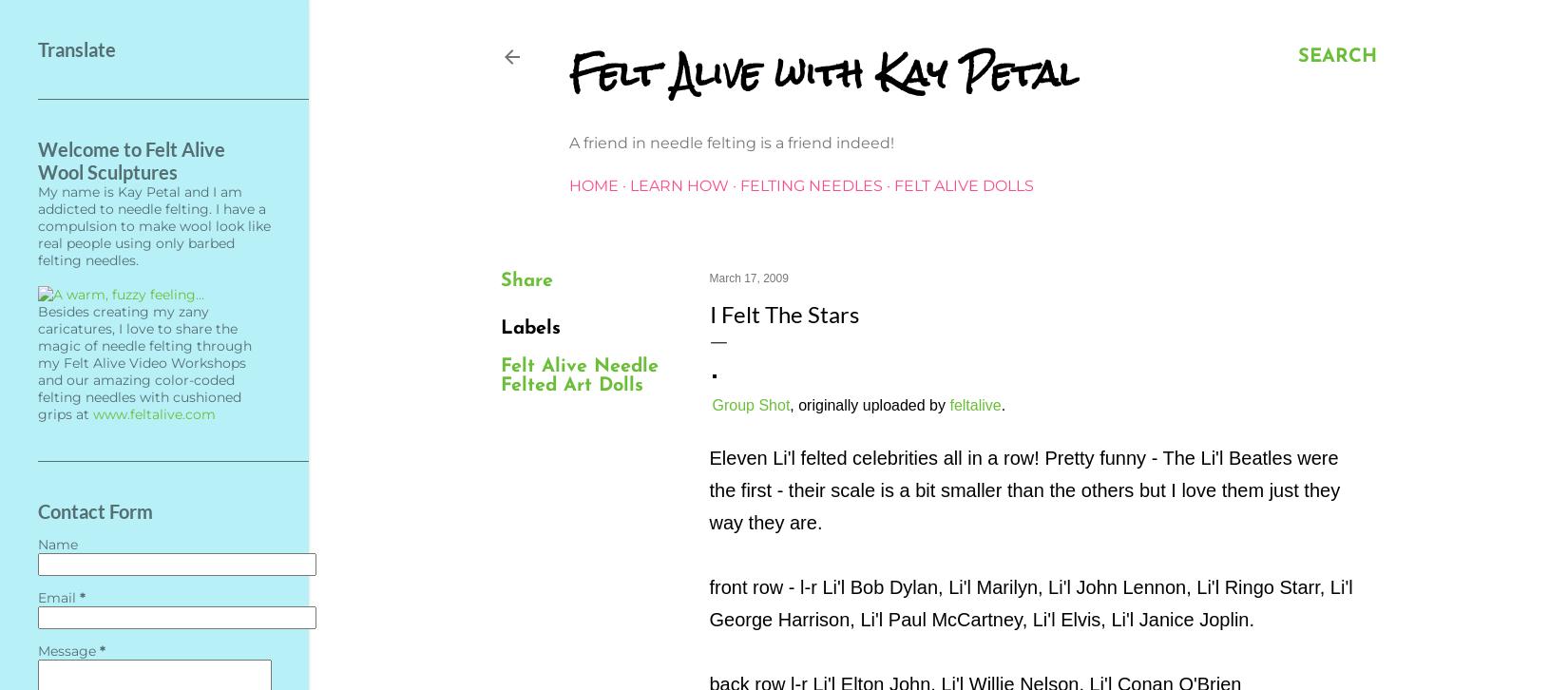  What do you see at coordinates (822, 73) in the screenshot?
I see `'Felt Alive with Kay Petal'` at bounding box center [822, 73].